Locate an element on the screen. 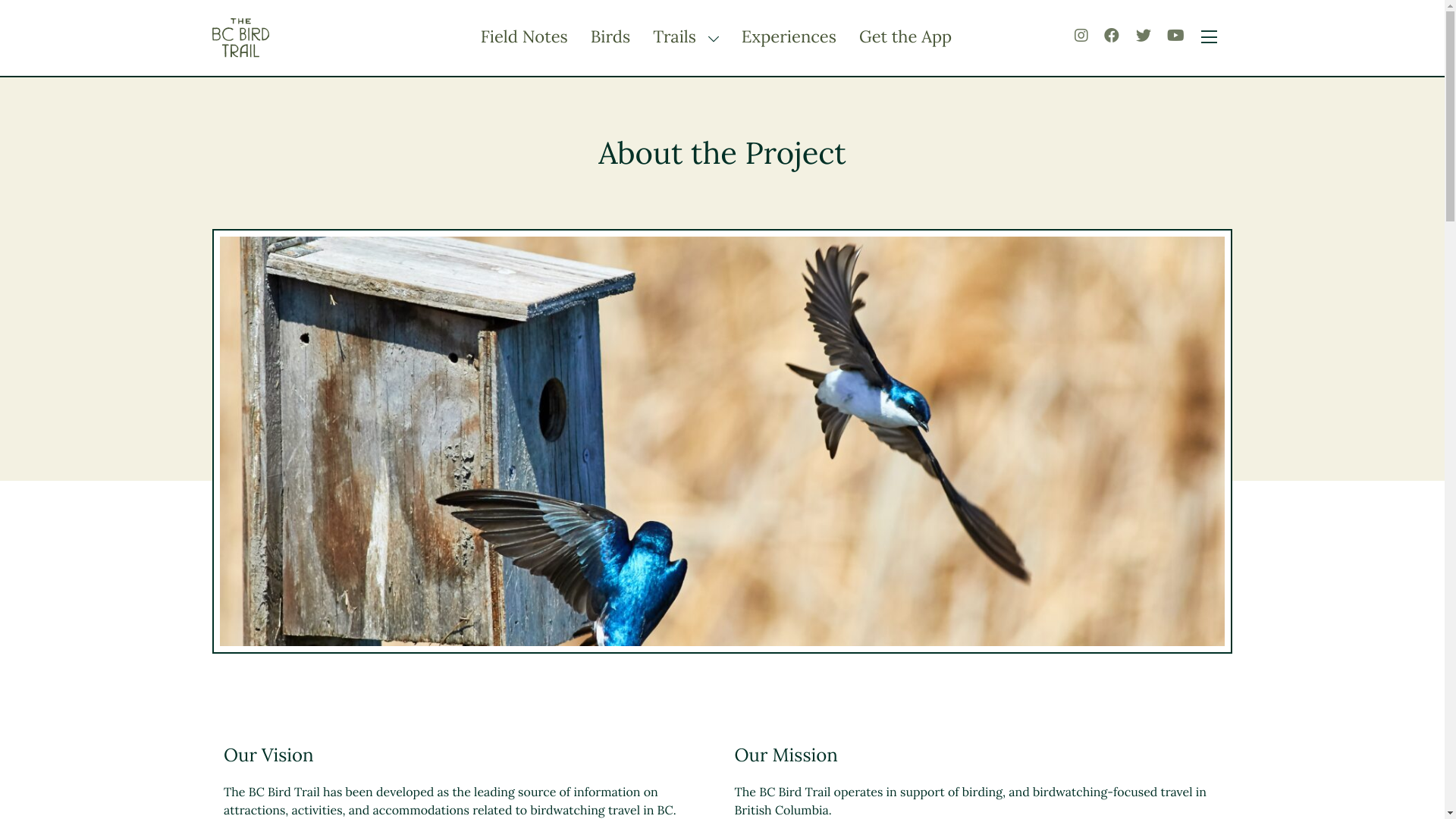 Image resolution: width=1456 pixels, height=819 pixels. 'BC Bird Trail Youtube Account' is located at coordinates (1175, 35).